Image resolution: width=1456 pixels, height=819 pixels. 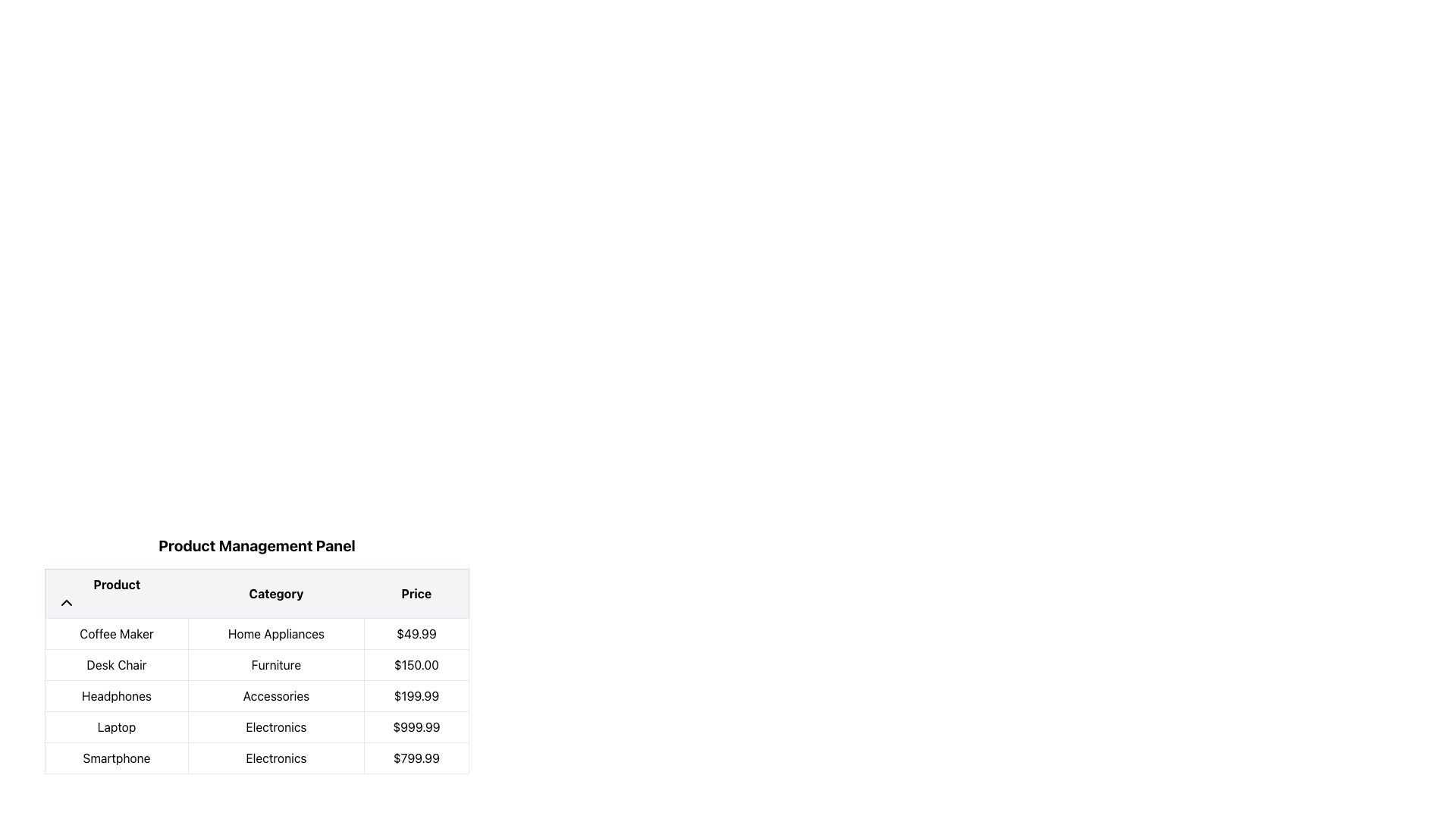 I want to click on the text block displaying 'Accessories', which is centrally aligned in a rectangular frame, located in the middle cell of the third row of a grid-like table, so click(x=276, y=696).